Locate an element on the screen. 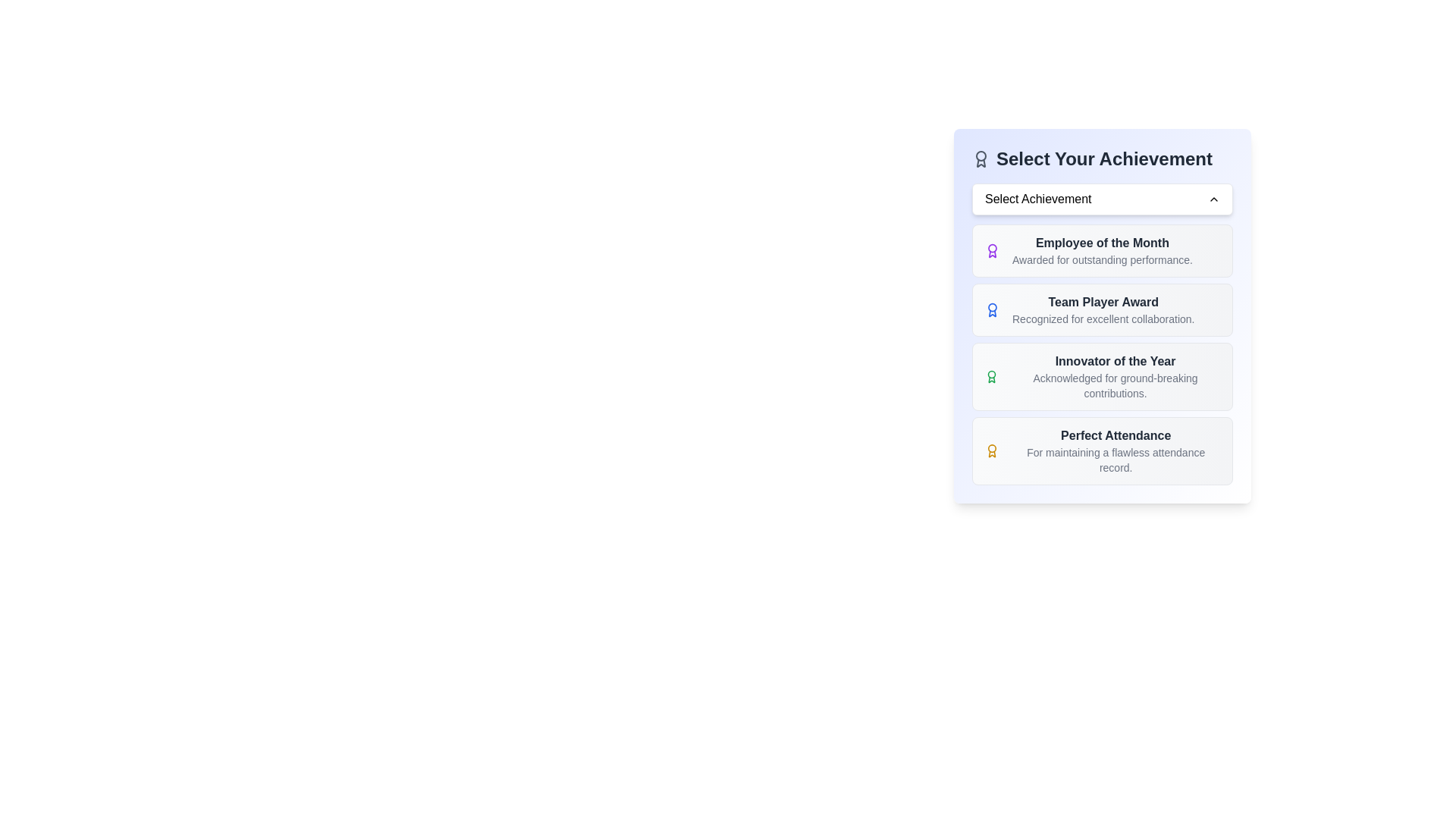  the blue award badge SVG icon located to the left of the text 'Team Player Award' is located at coordinates (993, 309).